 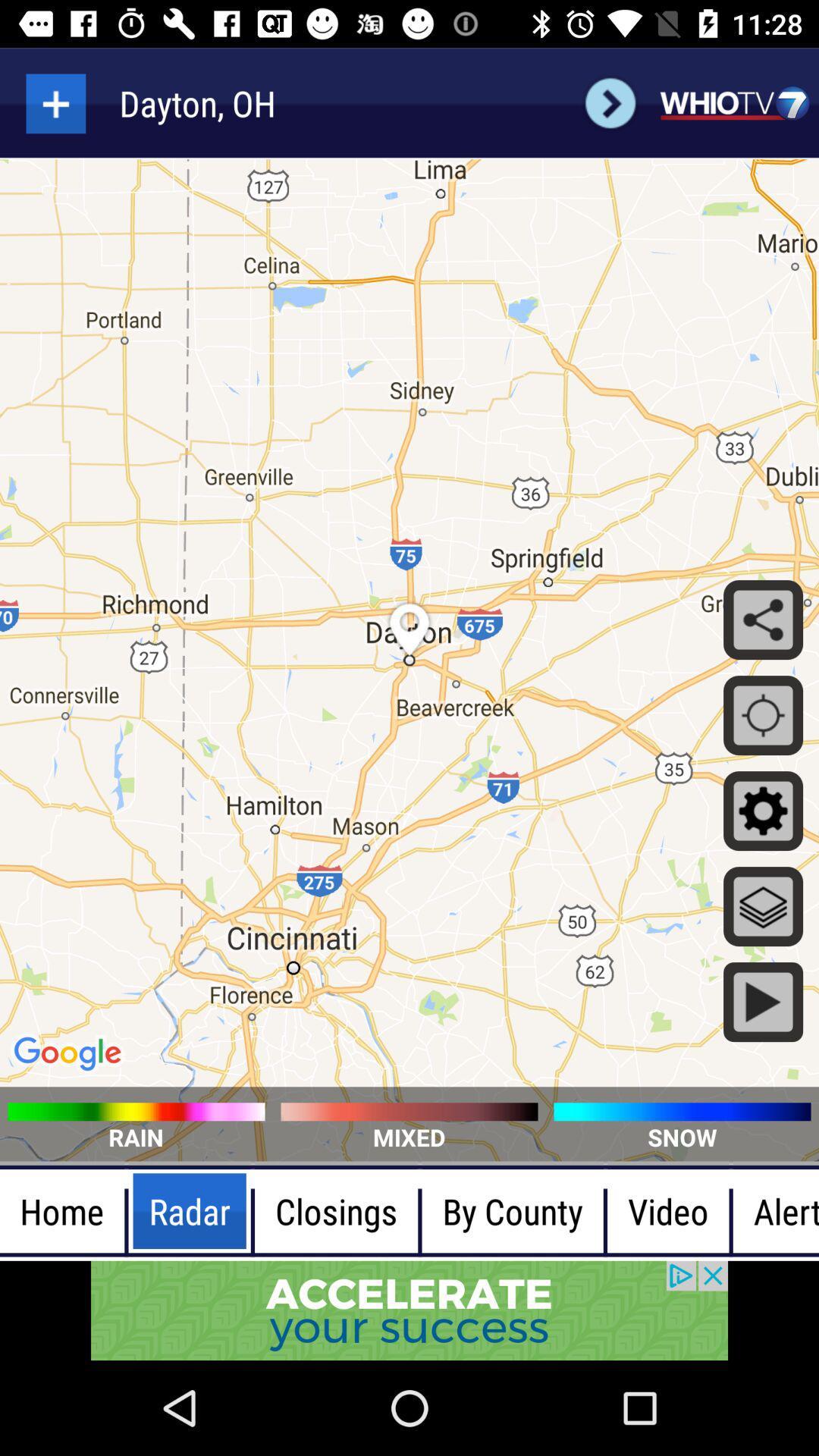 What do you see at coordinates (55, 102) in the screenshot?
I see `incerase` at bounding box center [55, 102].